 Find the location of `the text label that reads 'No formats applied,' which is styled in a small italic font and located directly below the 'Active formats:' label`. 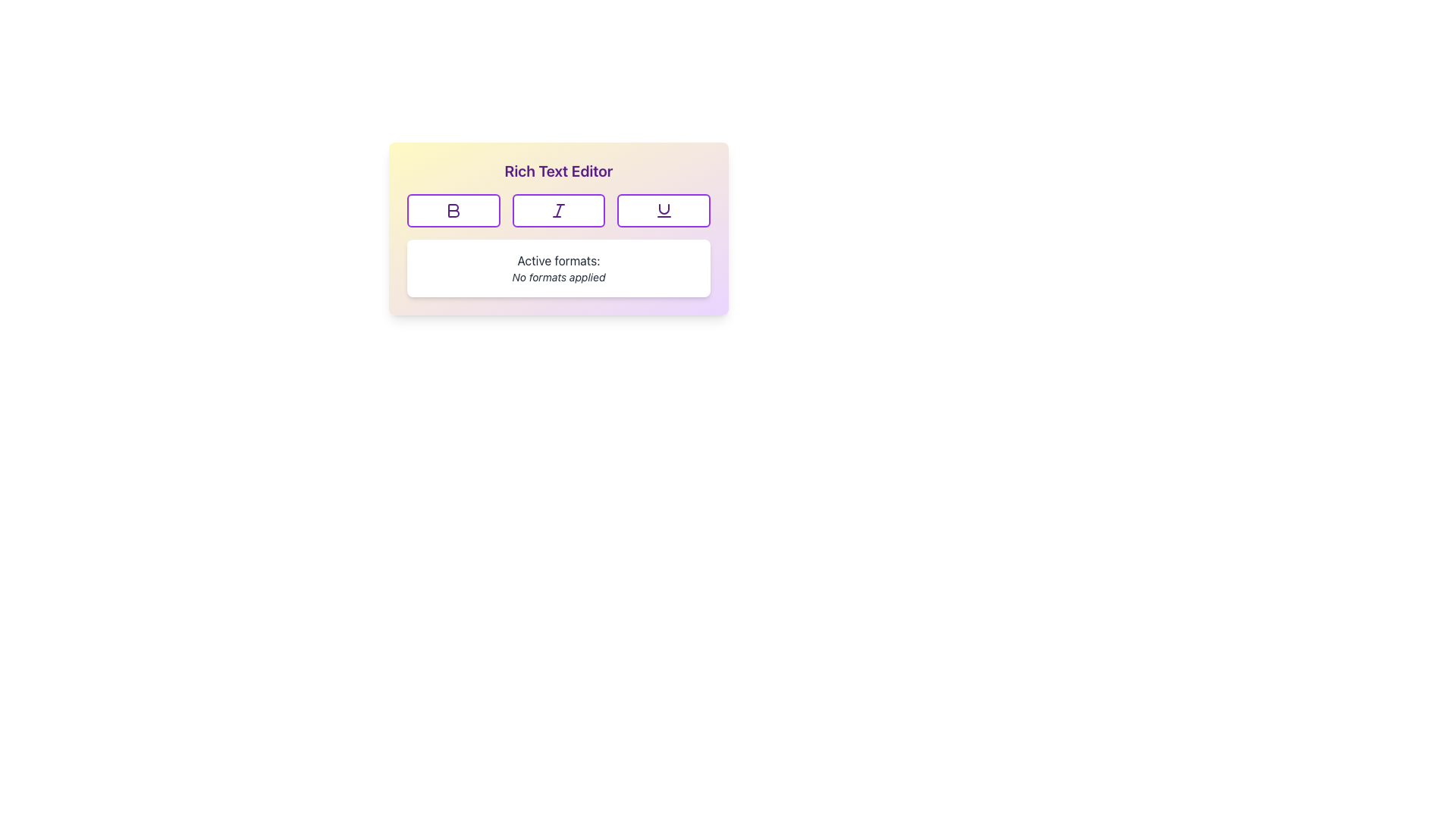

the text label that reads 'No formats applied,' which is styled in a small italic font and located directly below the 'Active formats:' label is located at coordinates (558, 278).